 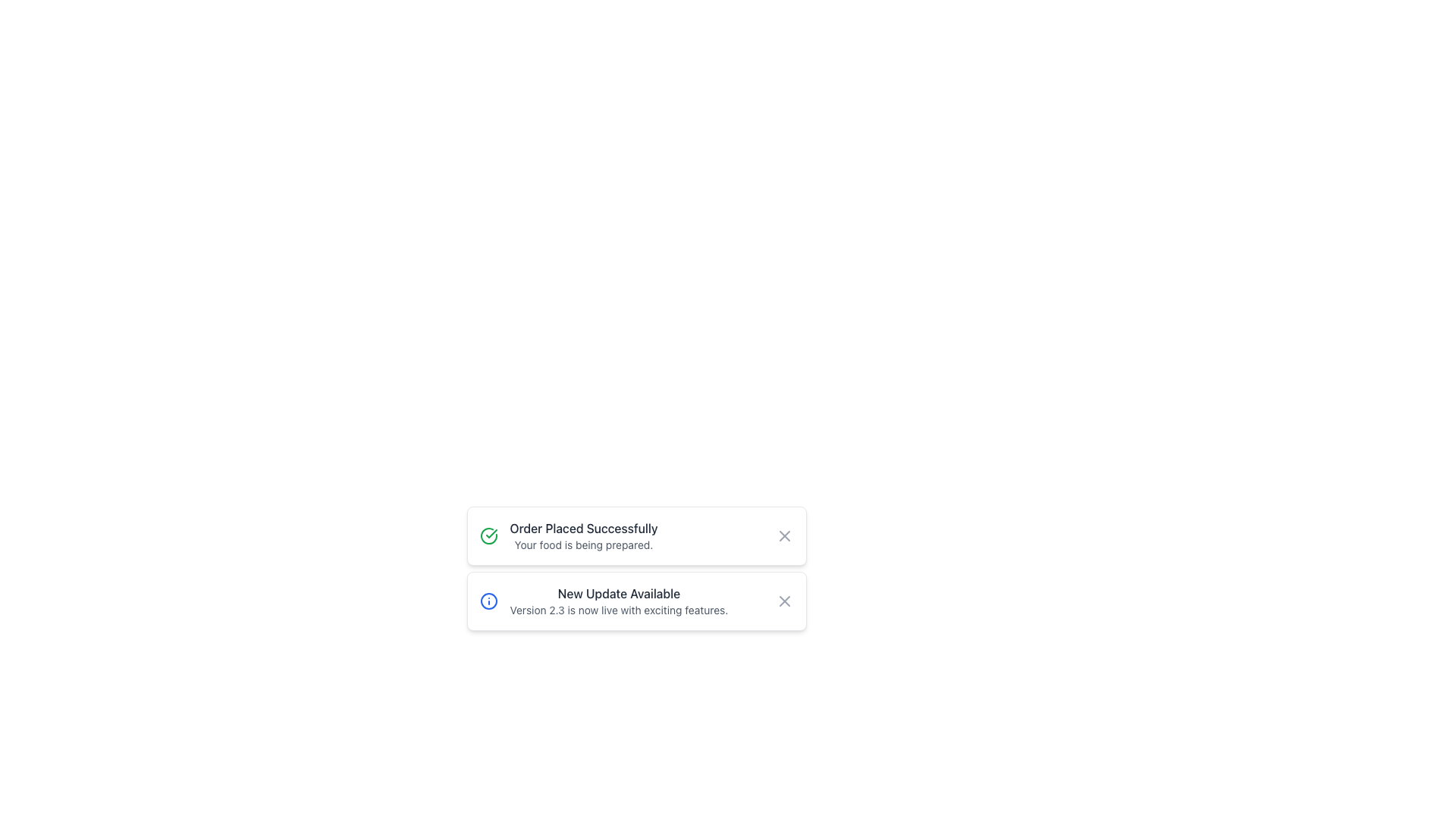 I want to click on the text block that displays 'Order Placed Successfully' and 'Your food is being prepared.' in a notification component, so click(x=582, y=535).